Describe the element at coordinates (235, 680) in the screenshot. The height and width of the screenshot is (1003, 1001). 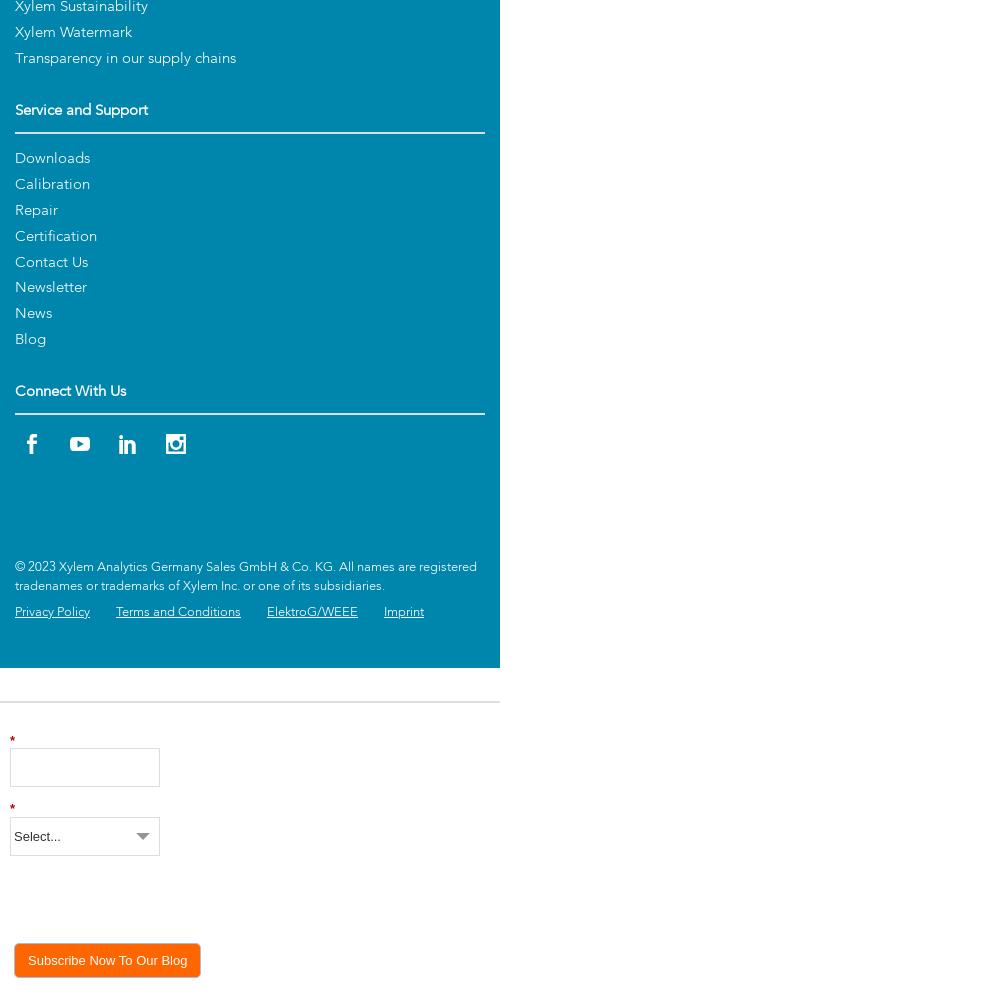
I see `'Blog subscription - We will inform you about new, relevant blog articles'` at that location.